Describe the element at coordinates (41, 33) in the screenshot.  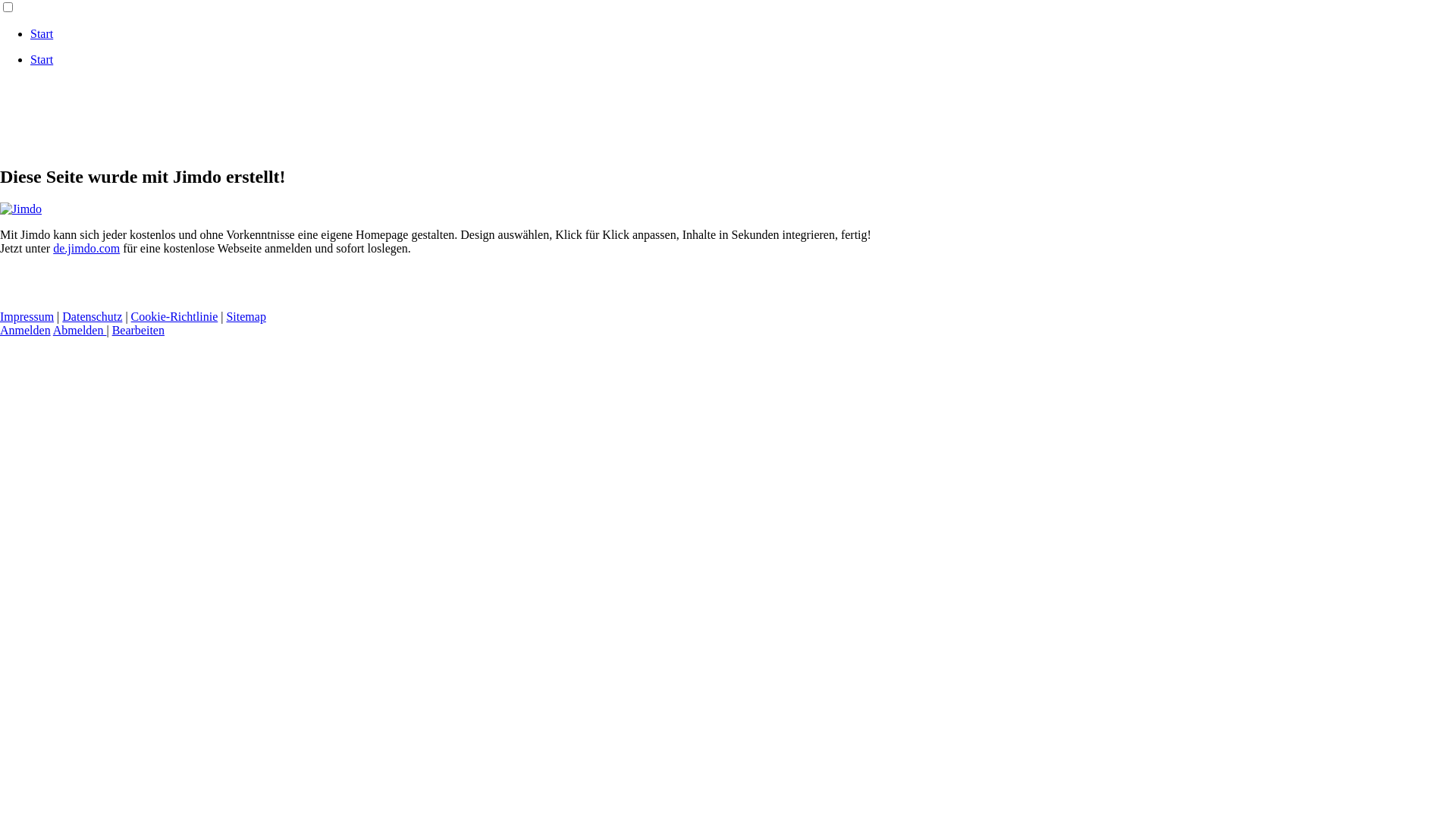
I see `'Start'` at that location.